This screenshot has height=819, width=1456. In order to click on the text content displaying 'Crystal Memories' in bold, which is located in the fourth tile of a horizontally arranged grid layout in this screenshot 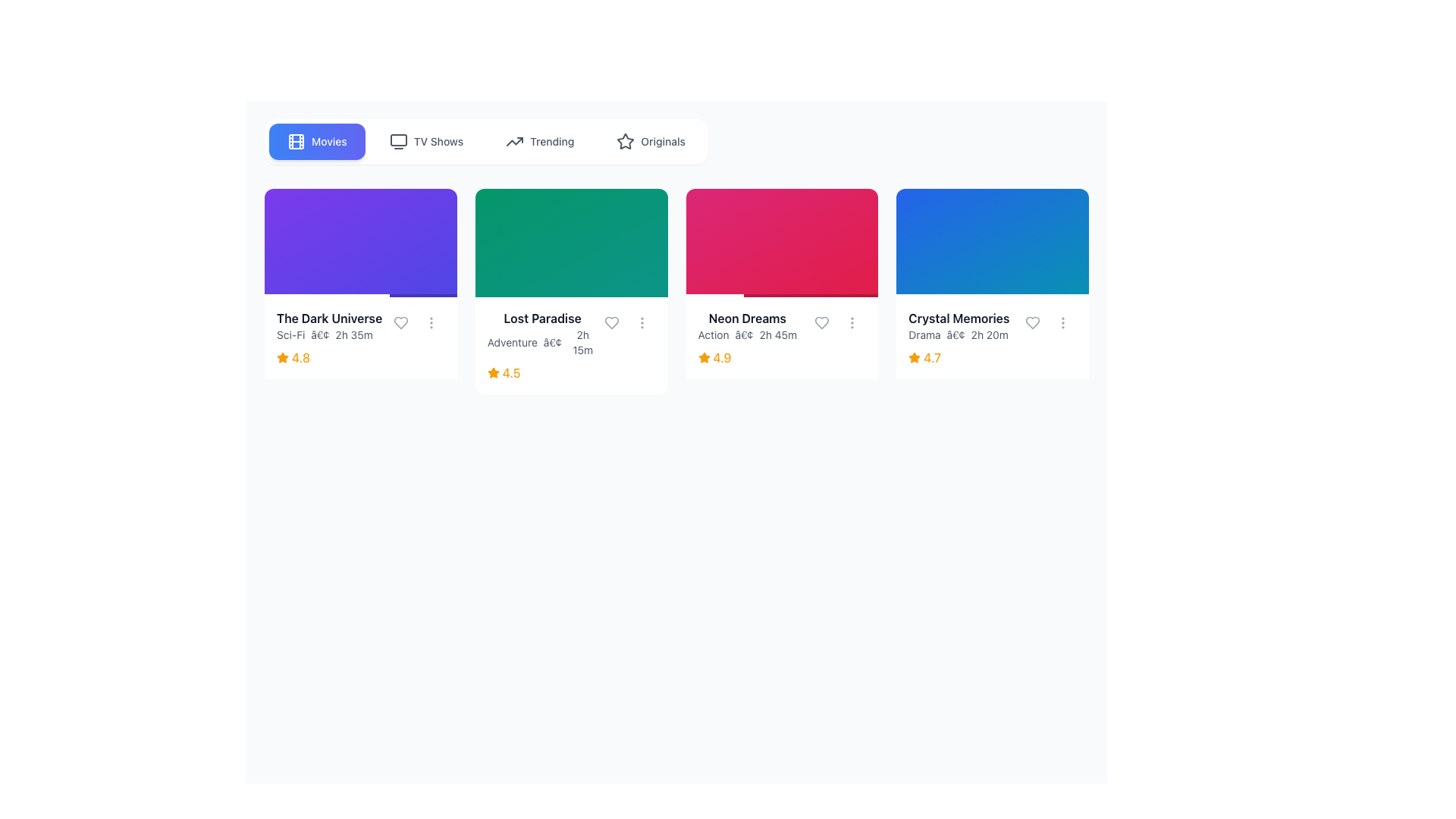, I will do `click(958, 325)`.